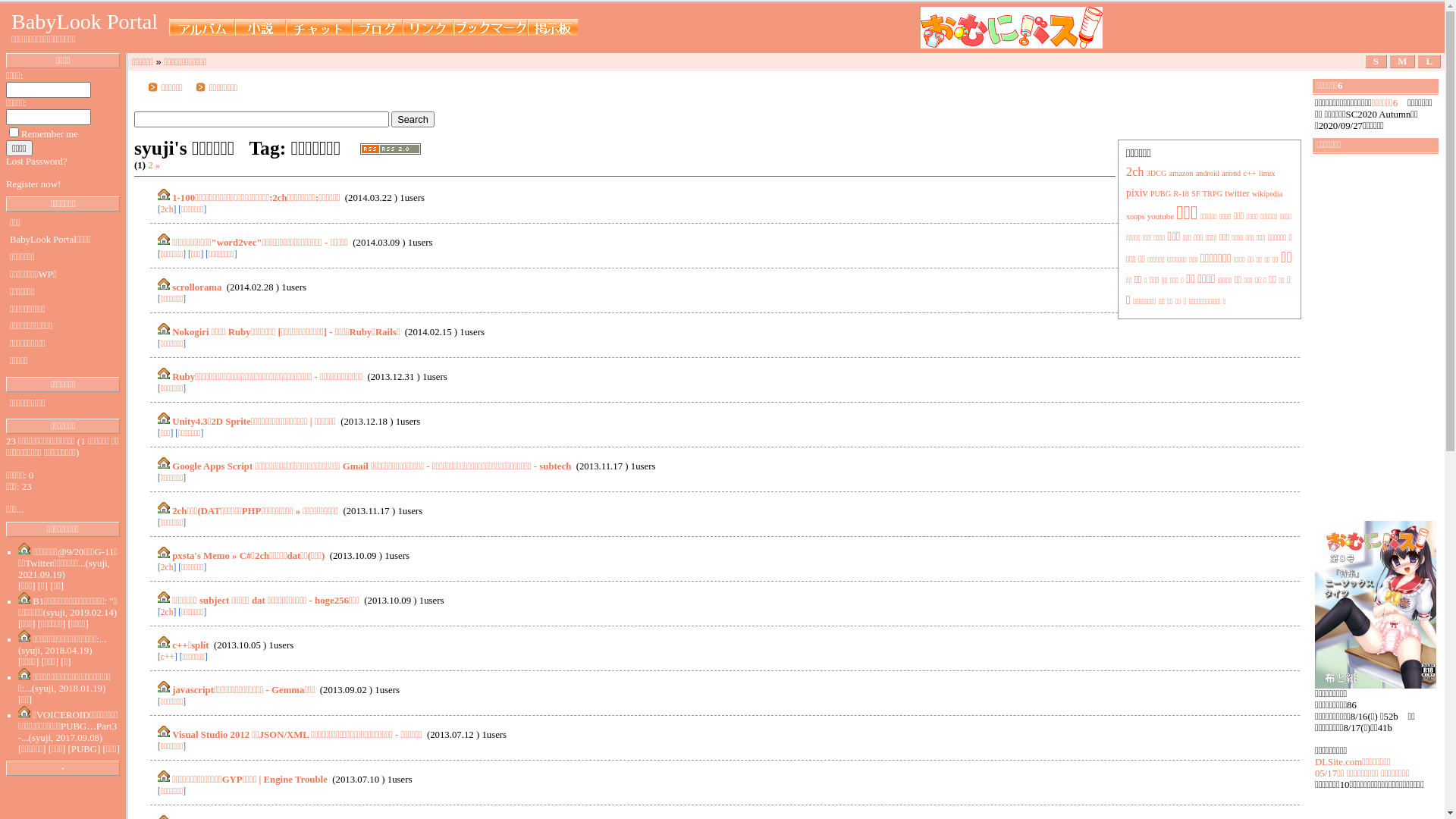 This screenshot has height=819, width=1456. I want to click on 'anond', so click(1222, 172).